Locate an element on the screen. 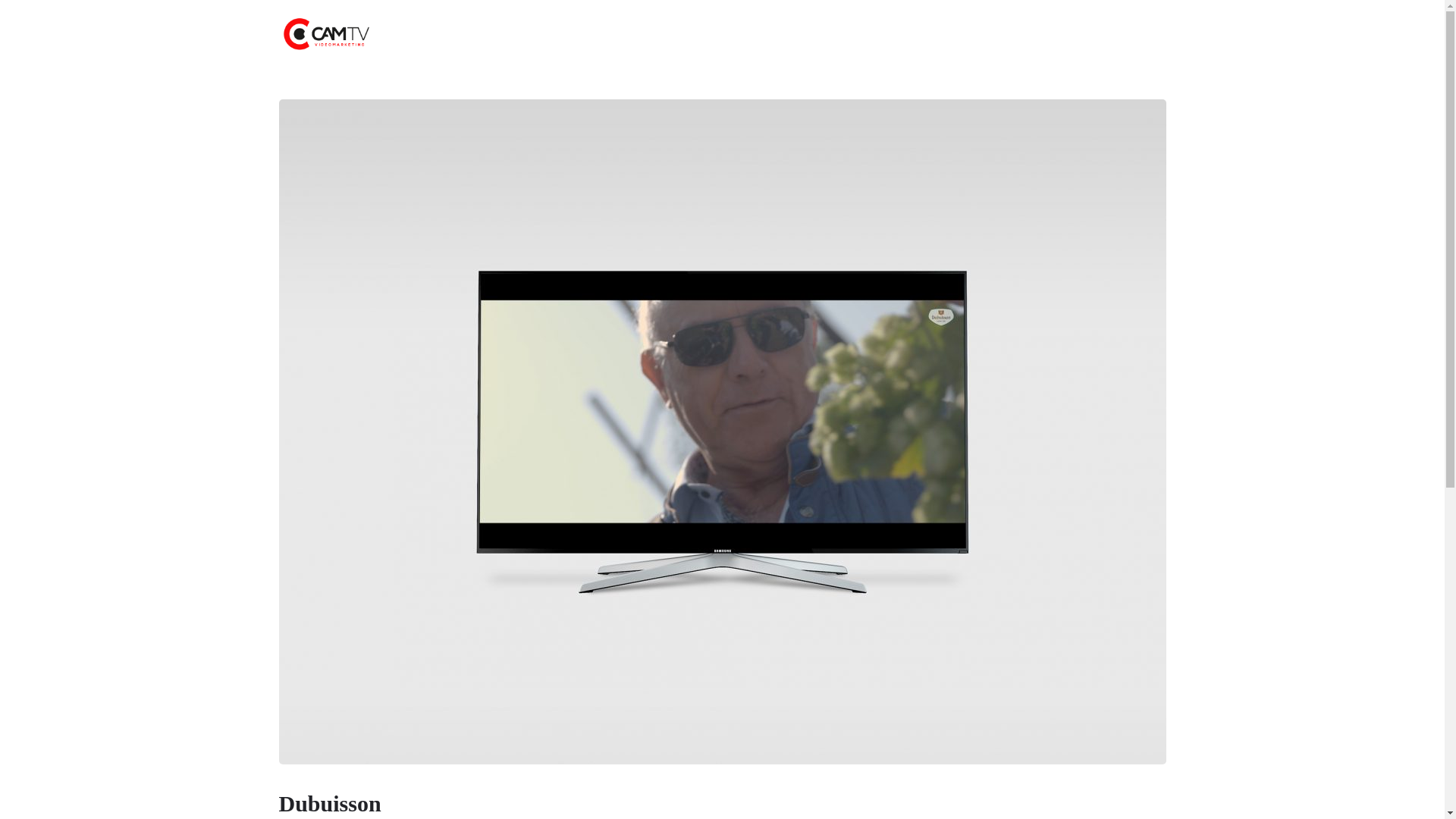 Image resolution: width=1456 pixels, height=819 pixels. 'ABOUT US' is located at coordinates (512, 34).